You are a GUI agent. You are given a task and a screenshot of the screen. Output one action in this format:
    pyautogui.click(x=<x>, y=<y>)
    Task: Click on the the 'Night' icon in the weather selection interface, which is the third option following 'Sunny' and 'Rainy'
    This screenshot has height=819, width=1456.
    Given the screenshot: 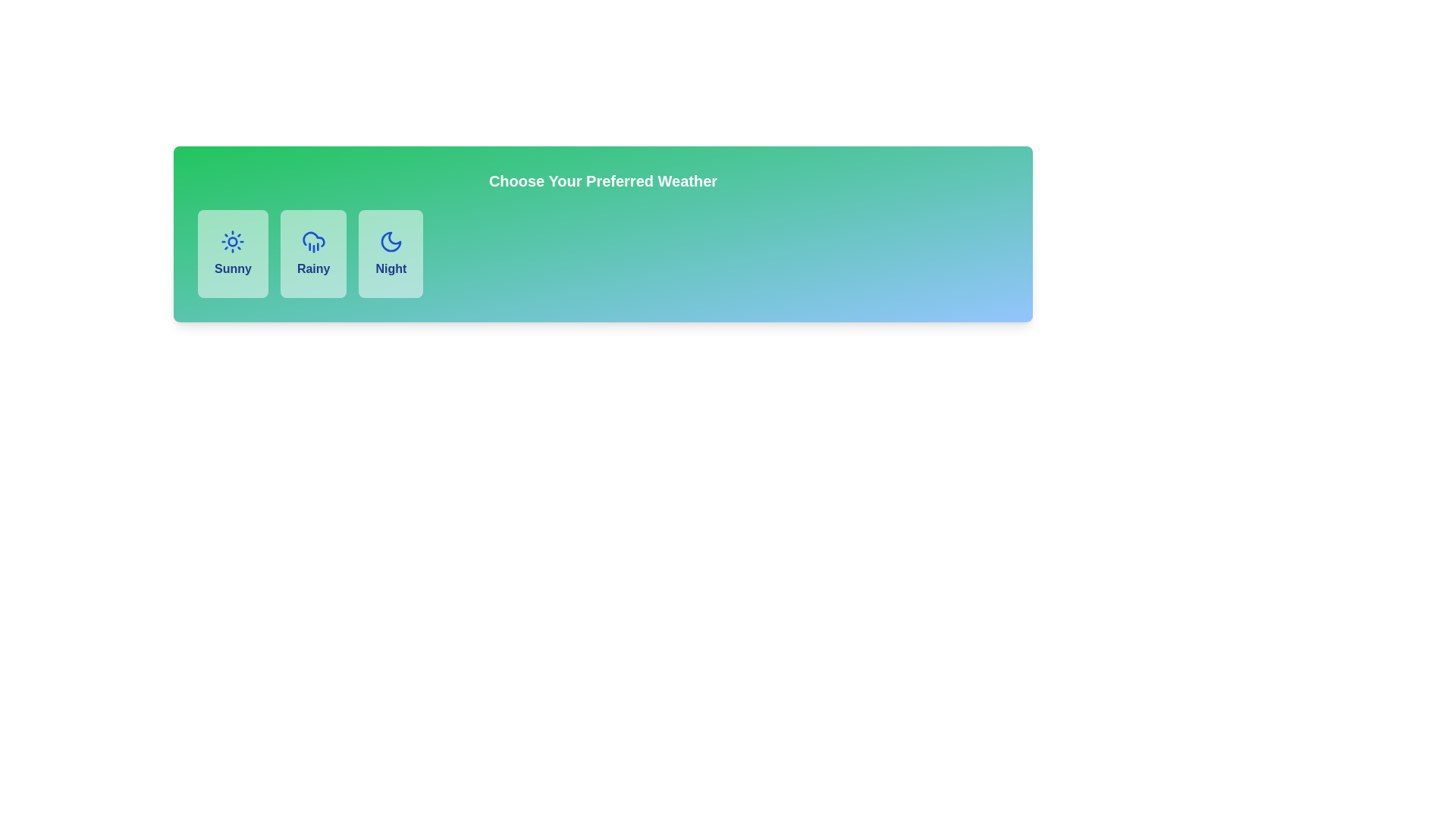 What is the action you would take?
    pyautogui.click(x=391, y=241)
    